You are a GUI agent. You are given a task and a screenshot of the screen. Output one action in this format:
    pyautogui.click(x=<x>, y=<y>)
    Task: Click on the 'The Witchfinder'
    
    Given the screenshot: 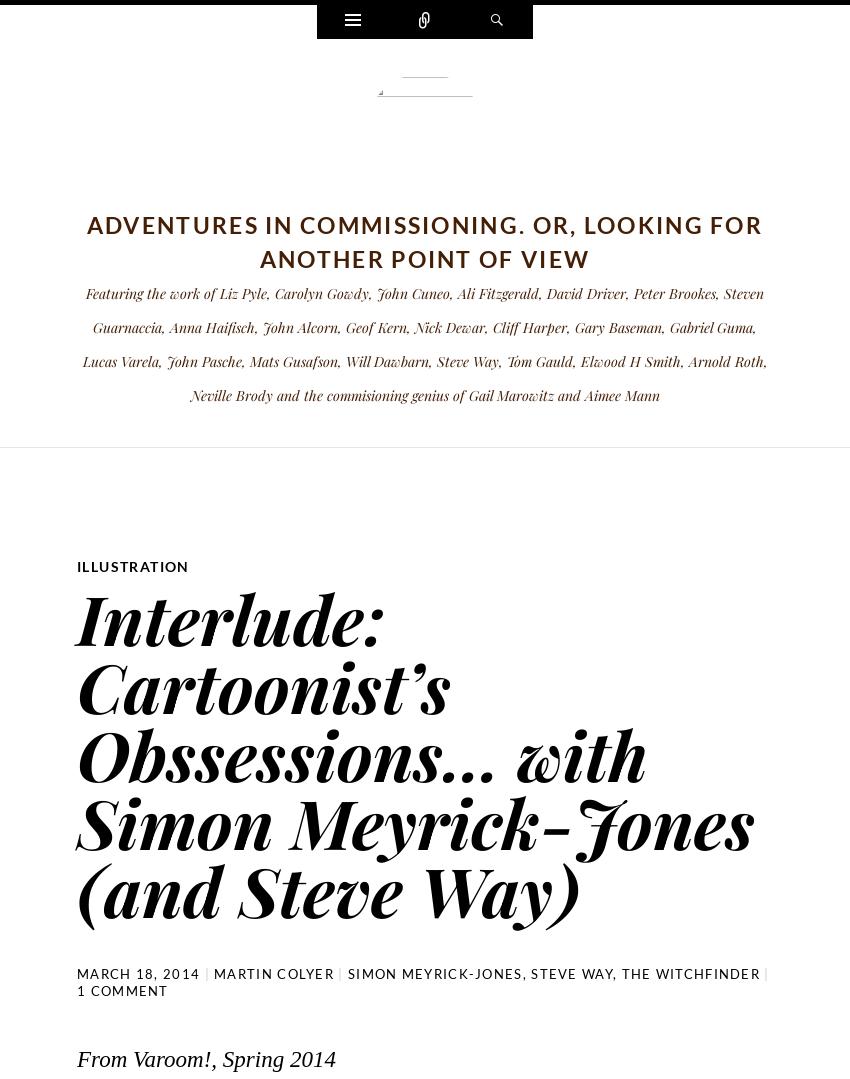 What is the action you would take?
    pyautogui.click(x=689, y=972)
    